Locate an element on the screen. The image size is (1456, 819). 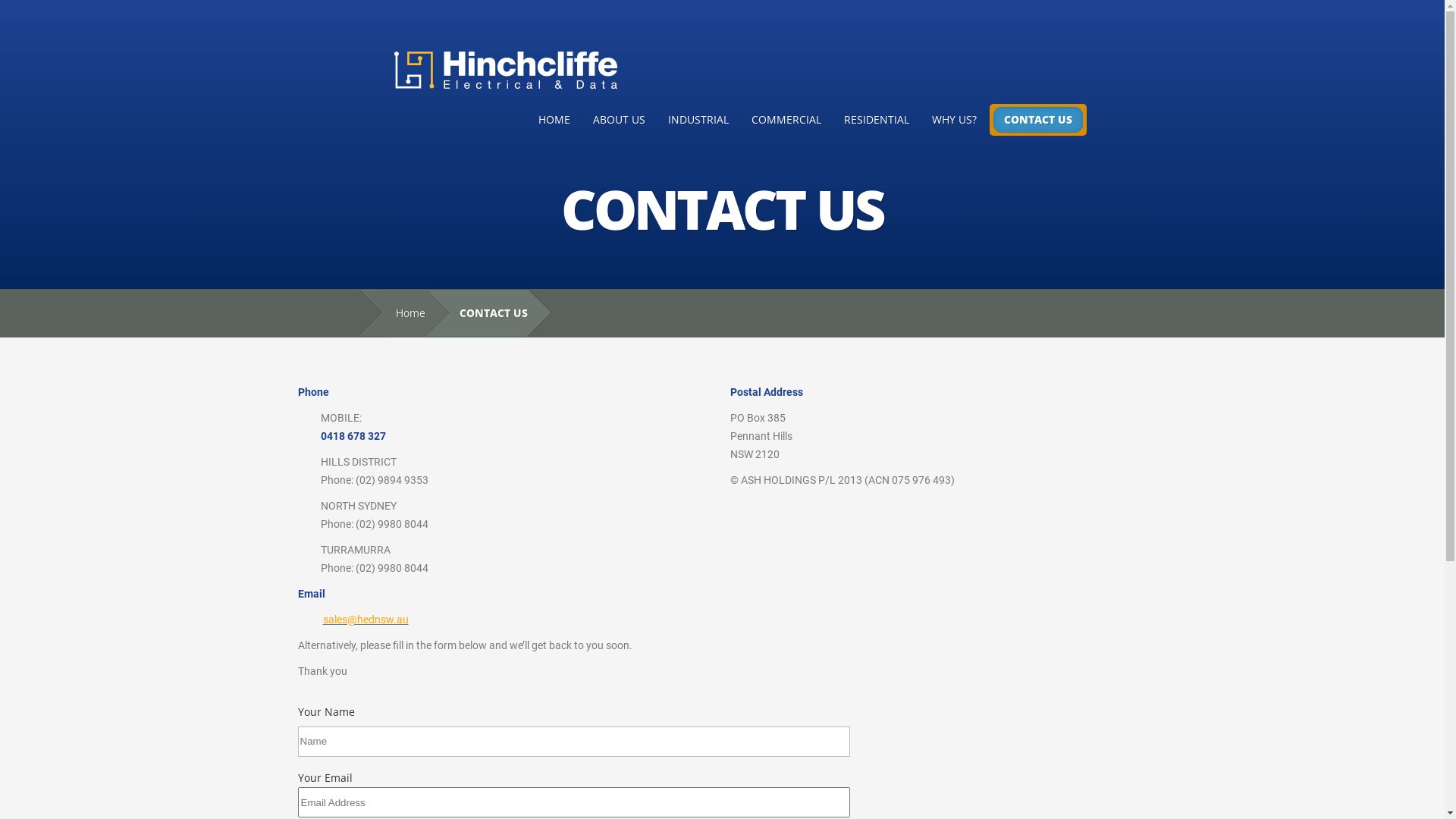
'sales@hednsw.au' is located at coordinates (366, 620).